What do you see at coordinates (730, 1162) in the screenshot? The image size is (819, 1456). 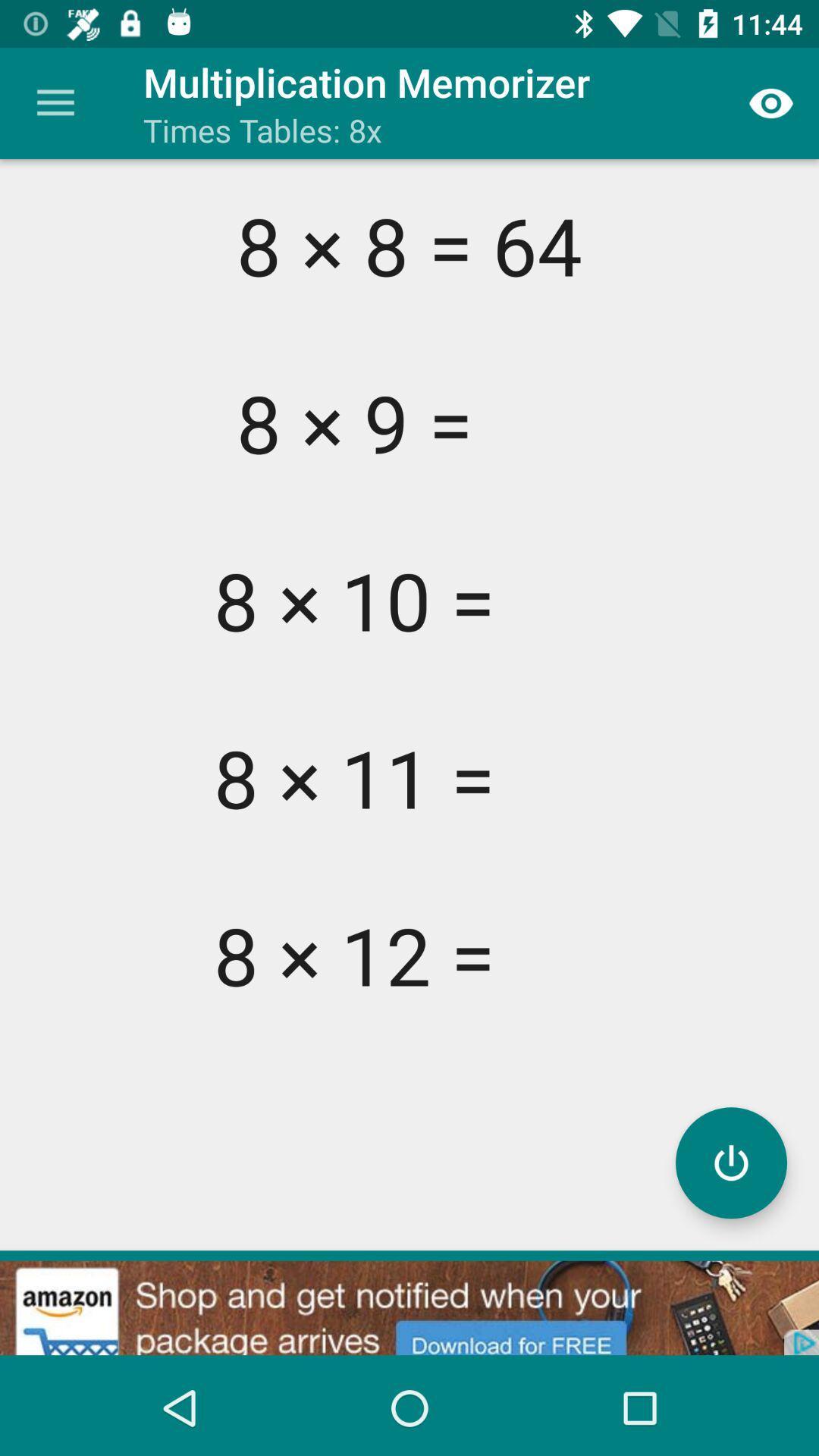 I see `tutorial` at bounding box center [730, 1162].